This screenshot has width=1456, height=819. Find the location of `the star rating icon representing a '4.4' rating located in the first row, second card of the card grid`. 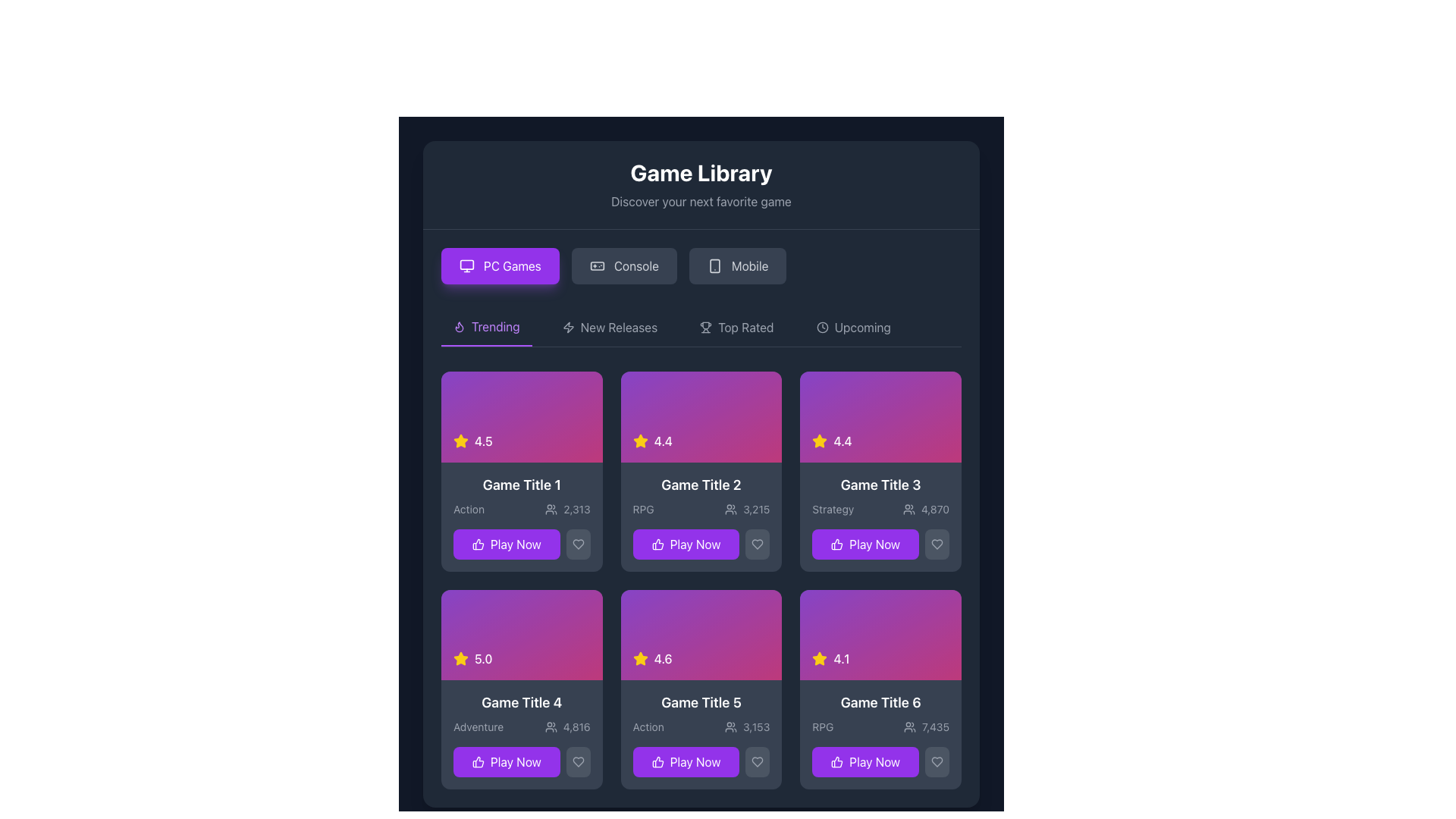

the star rating icon representing a '4.4' rating located in the first row, second card of the card grid is located at coordinates (640, 441).